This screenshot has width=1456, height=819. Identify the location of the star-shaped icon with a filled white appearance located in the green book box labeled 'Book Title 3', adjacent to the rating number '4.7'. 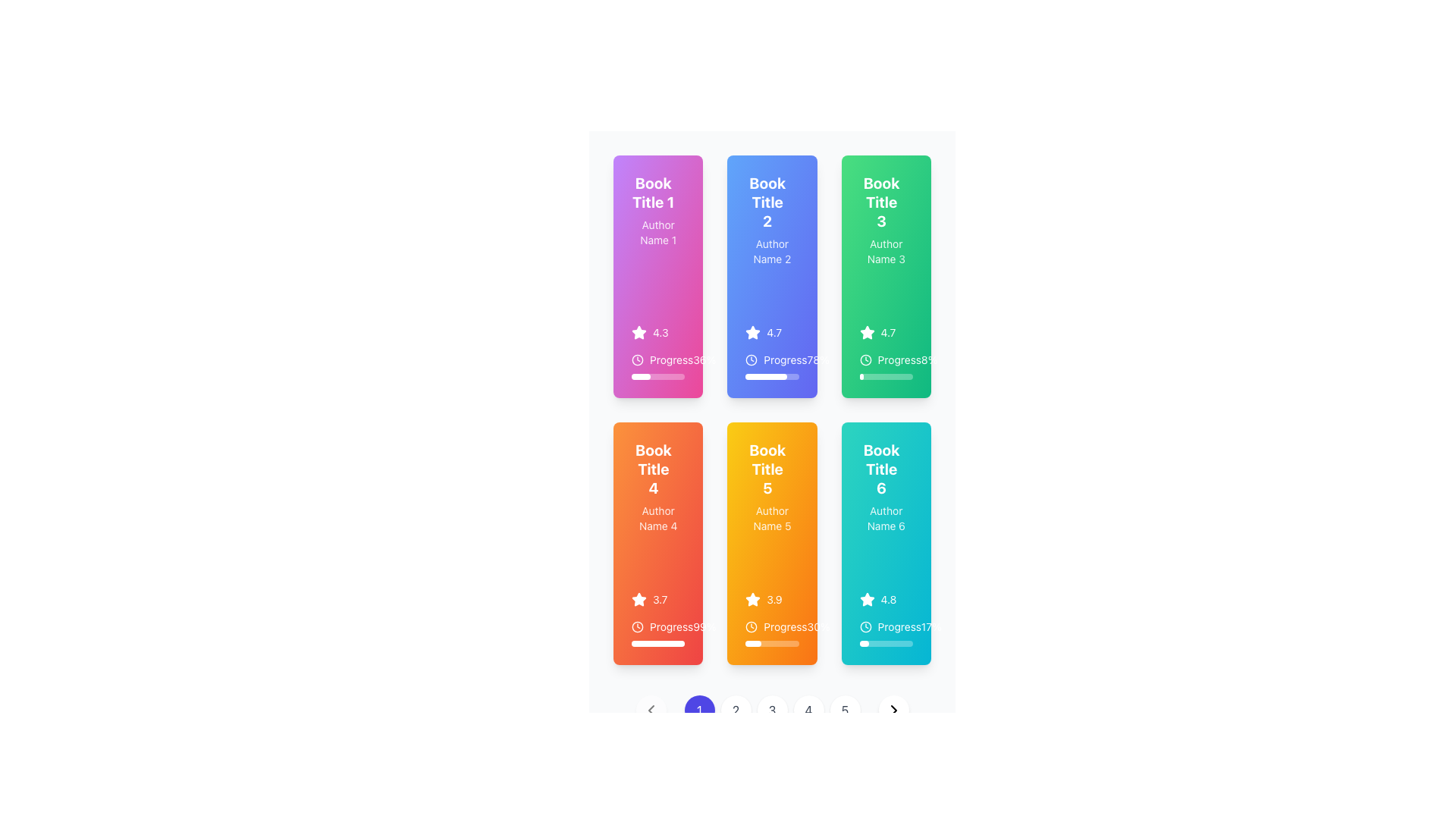
(867, 331).